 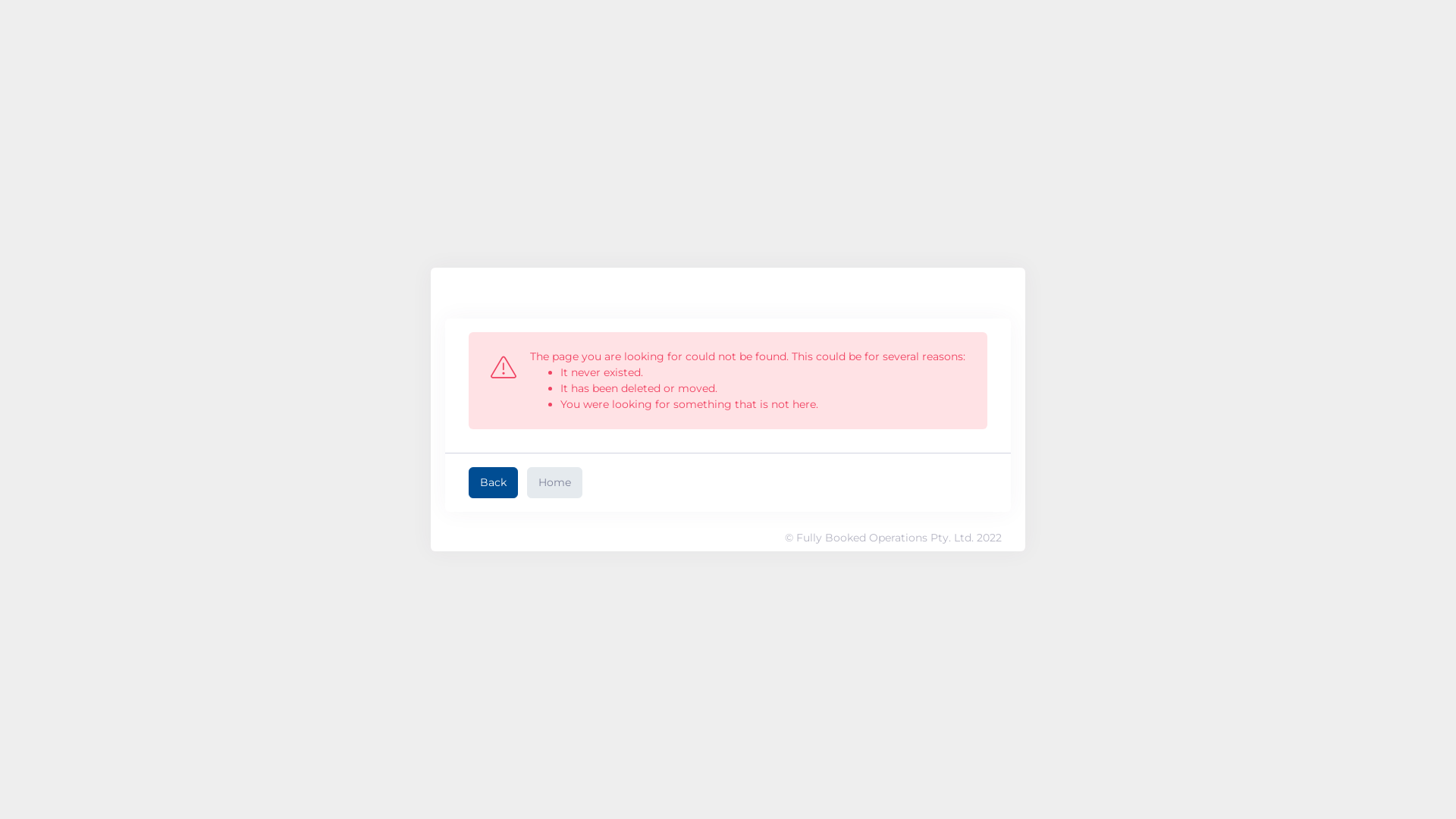 I want to click on 'Back', so click(x=493, y=482).